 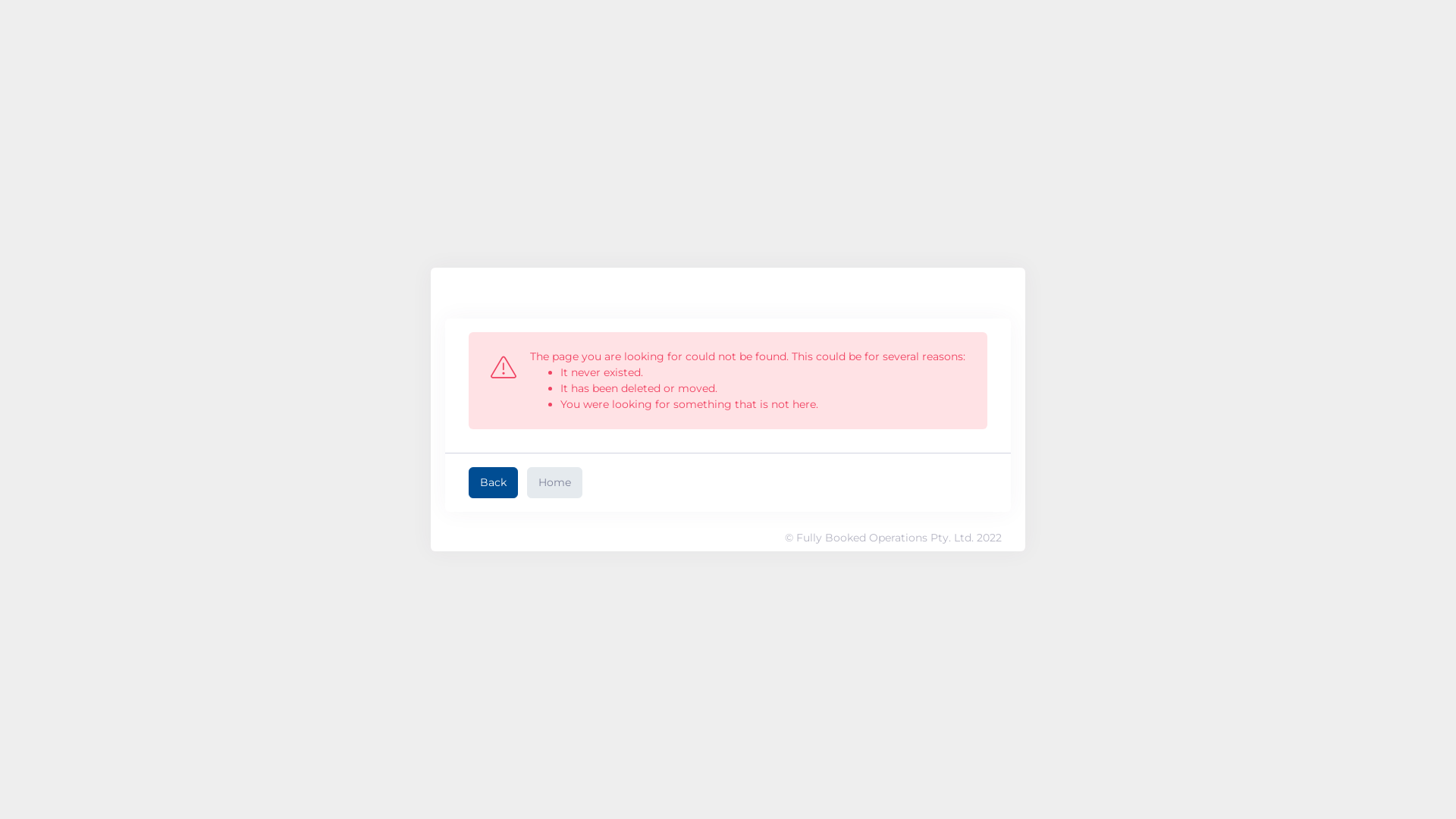 I want to click on 'Back', so click(x=493, y=482).